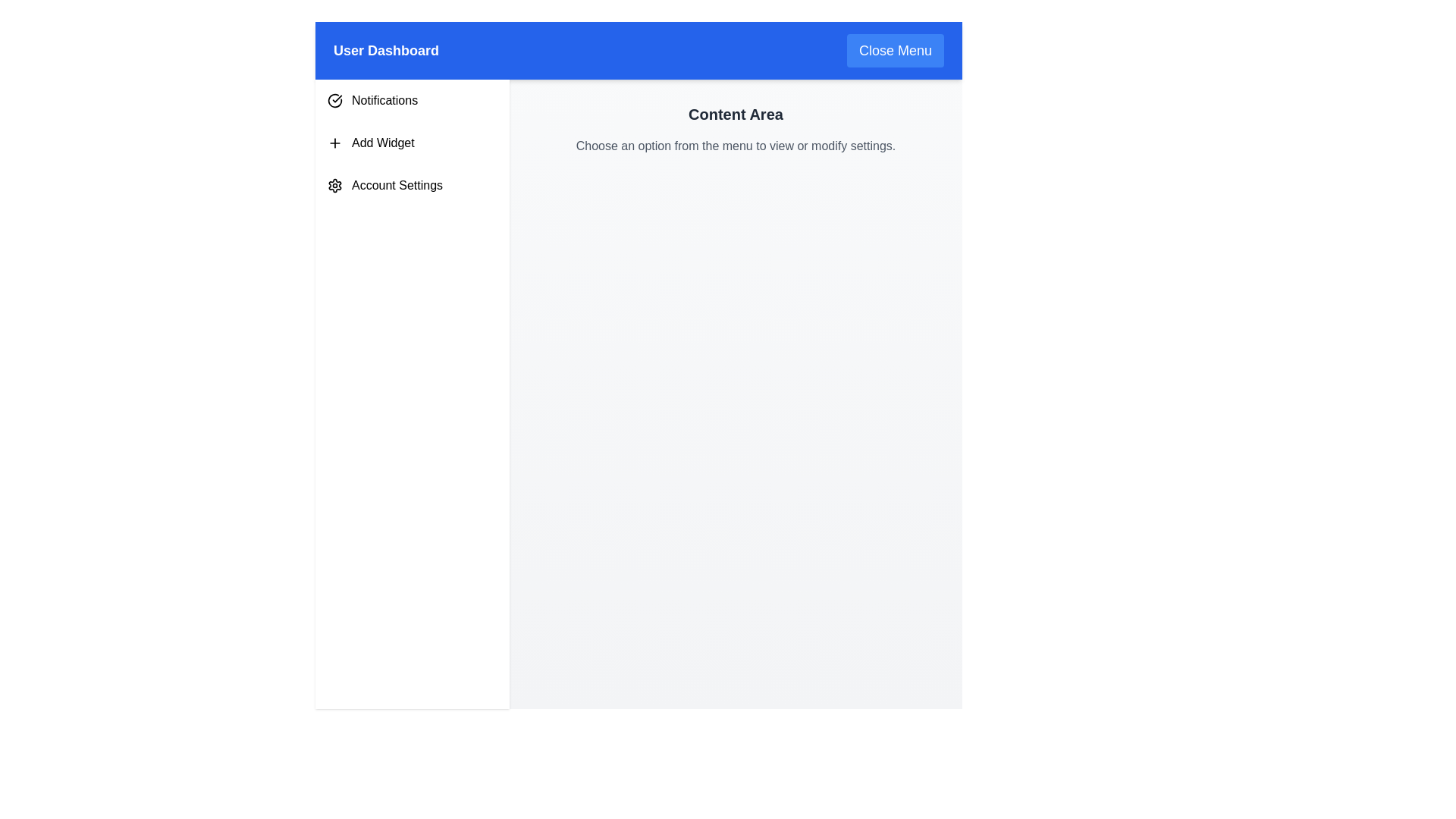 Image resolution: width=1456 pixels, height=819 pixels. What do you see at coordinates (397, 185) in the screenshot?
I see `the 'Account Settings' text label` at bounding box center [397, 185].